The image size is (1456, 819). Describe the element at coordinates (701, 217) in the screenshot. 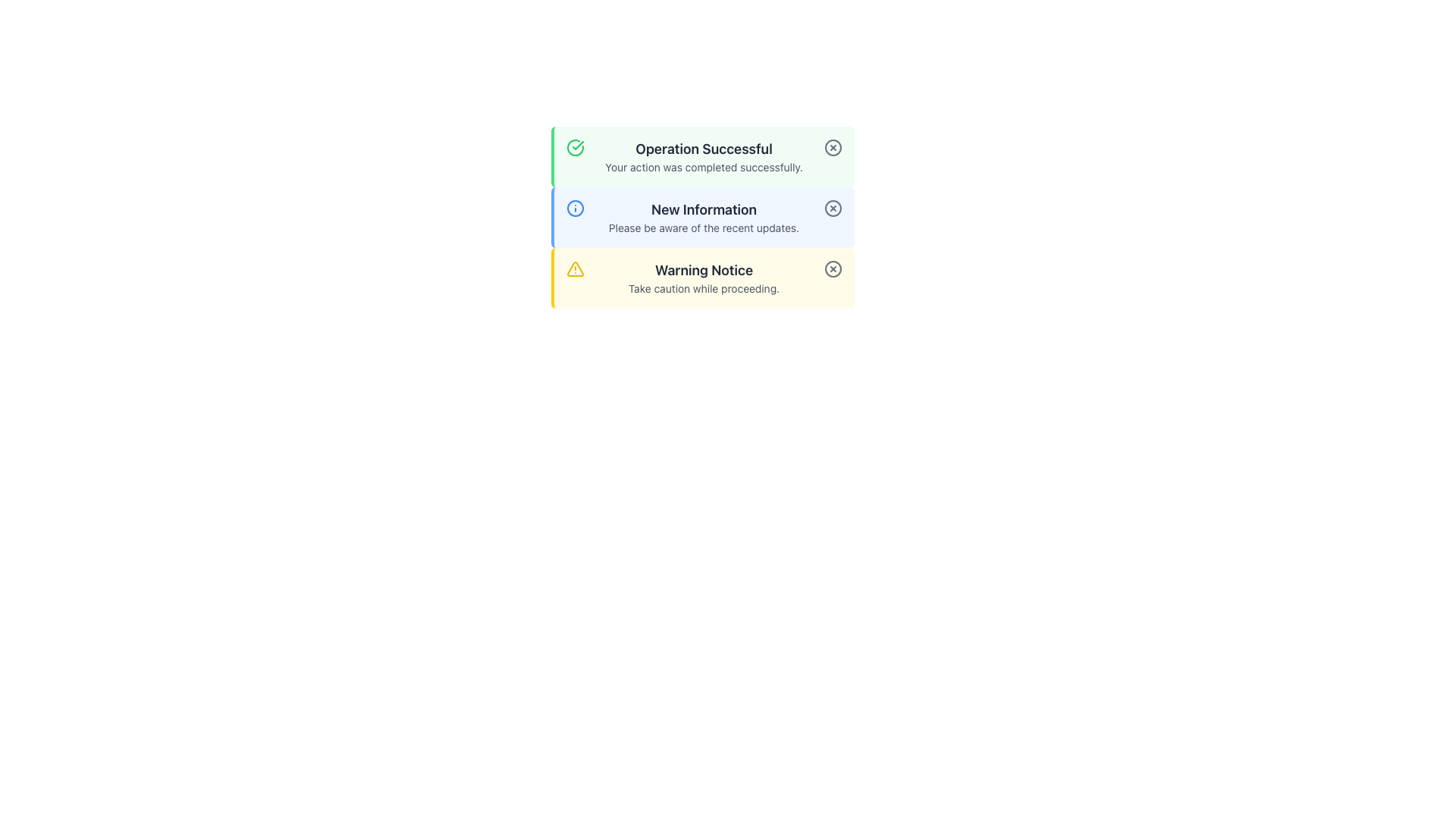

I see `information from the second informational notification box located between the green and yellow notifications` at that location.